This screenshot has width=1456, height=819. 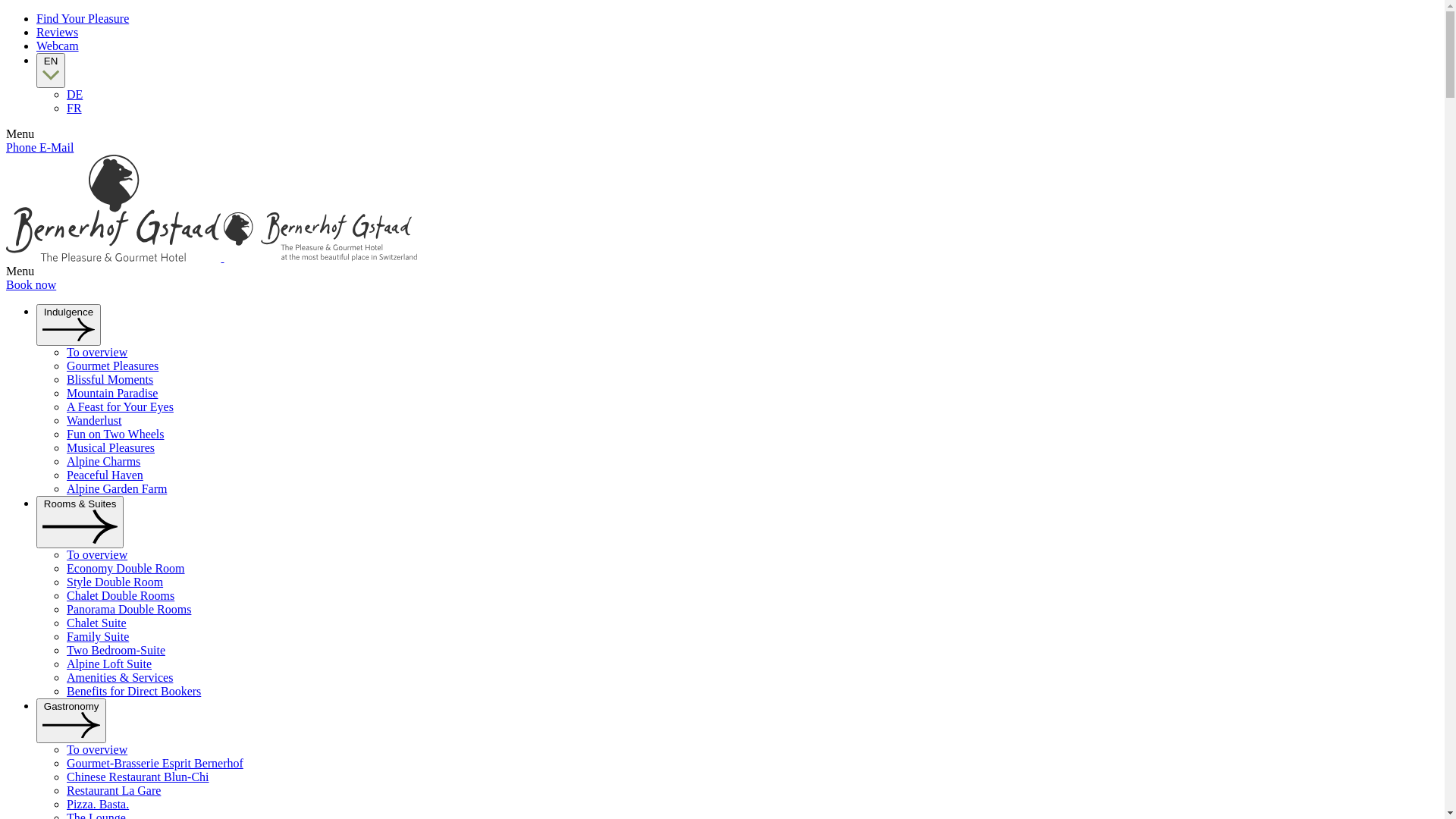 I want to click on 'Fun on Two Wheels', so click(x=115, y=434).